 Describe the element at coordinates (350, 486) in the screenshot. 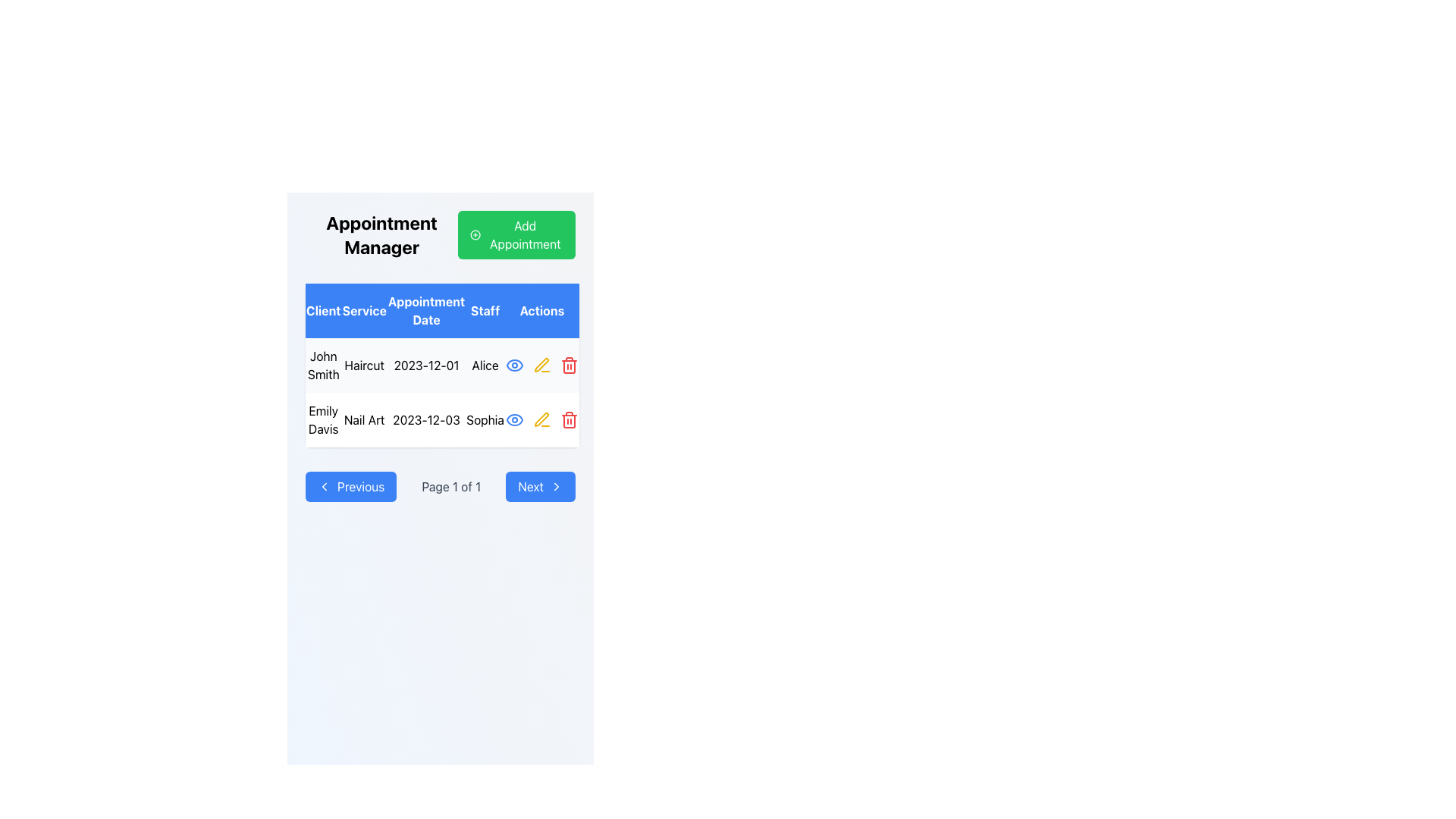

I see `the 'Previous' button with a blue background and white text, located in the bottom-left section of the navigation bar` at that location.